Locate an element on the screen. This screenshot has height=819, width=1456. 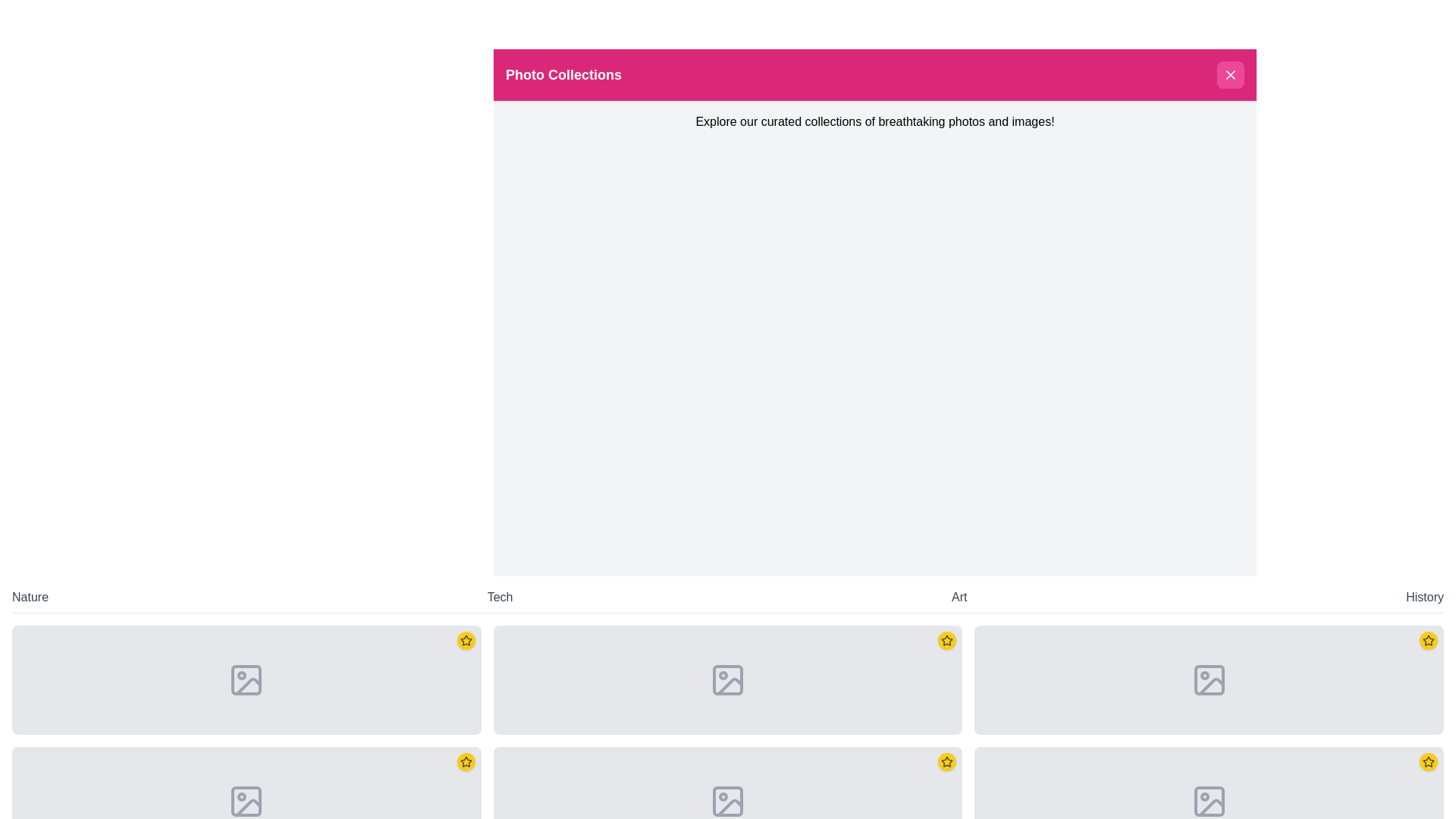
the 'History' text label, which is the fourth item in the horizontal menu bar and styled in dark gray with capitalized letters is located at coordinates (1424, 596).